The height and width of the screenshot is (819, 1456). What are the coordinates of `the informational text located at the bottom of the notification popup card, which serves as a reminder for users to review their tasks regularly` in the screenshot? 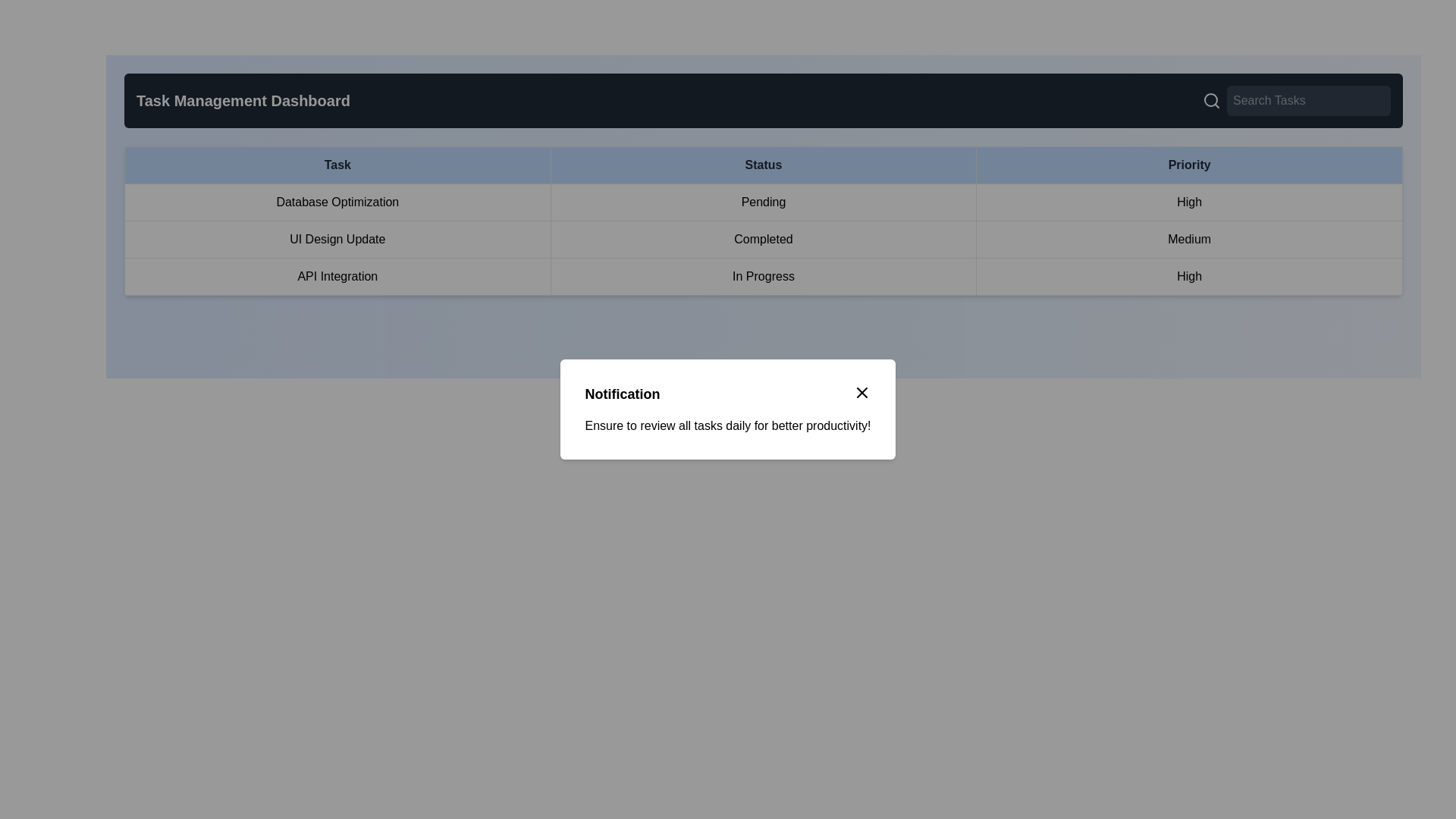 It's located at (728, 426).